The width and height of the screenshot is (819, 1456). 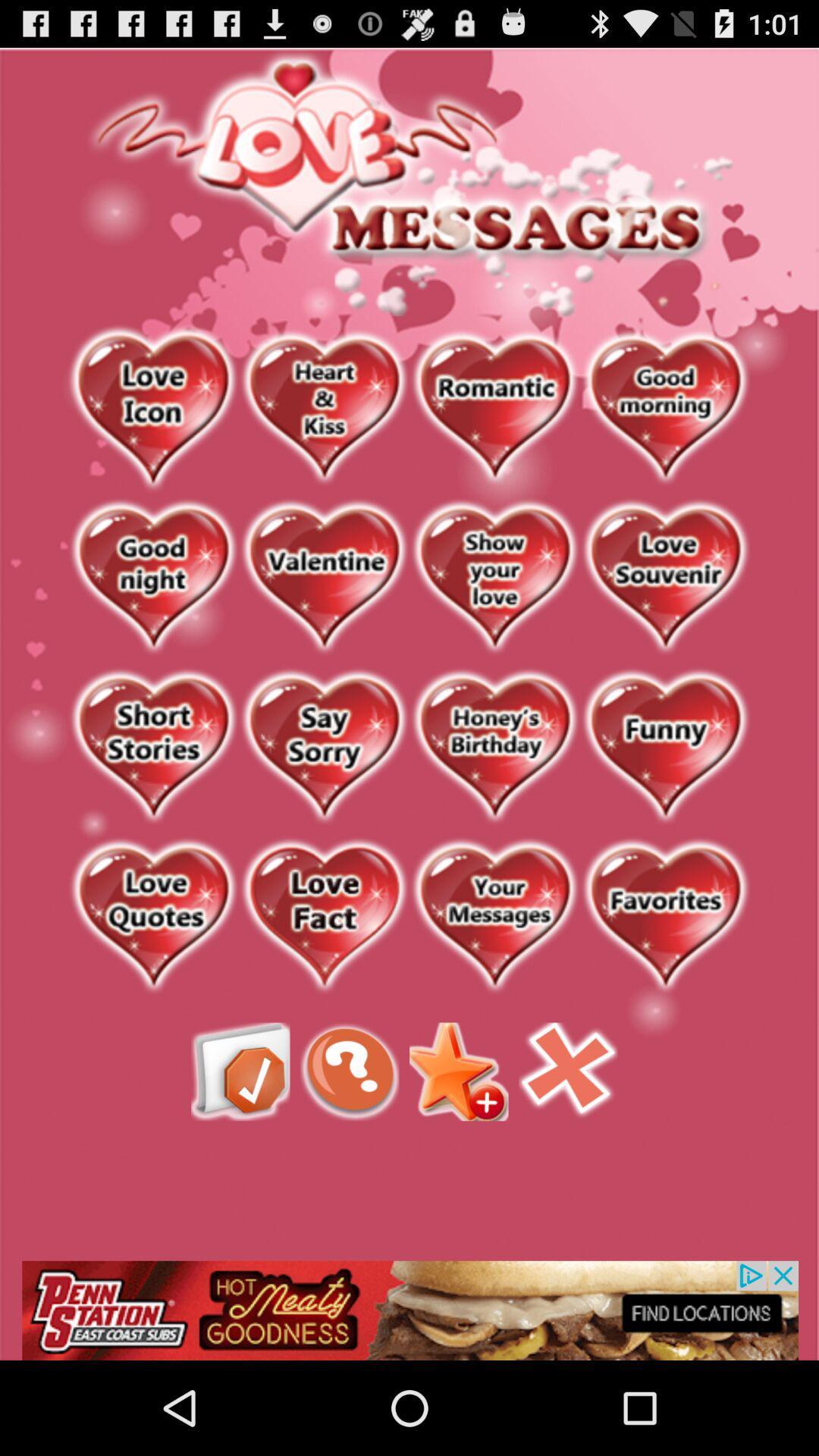 I want to click on romantic messages, so click(x=494, y=409).